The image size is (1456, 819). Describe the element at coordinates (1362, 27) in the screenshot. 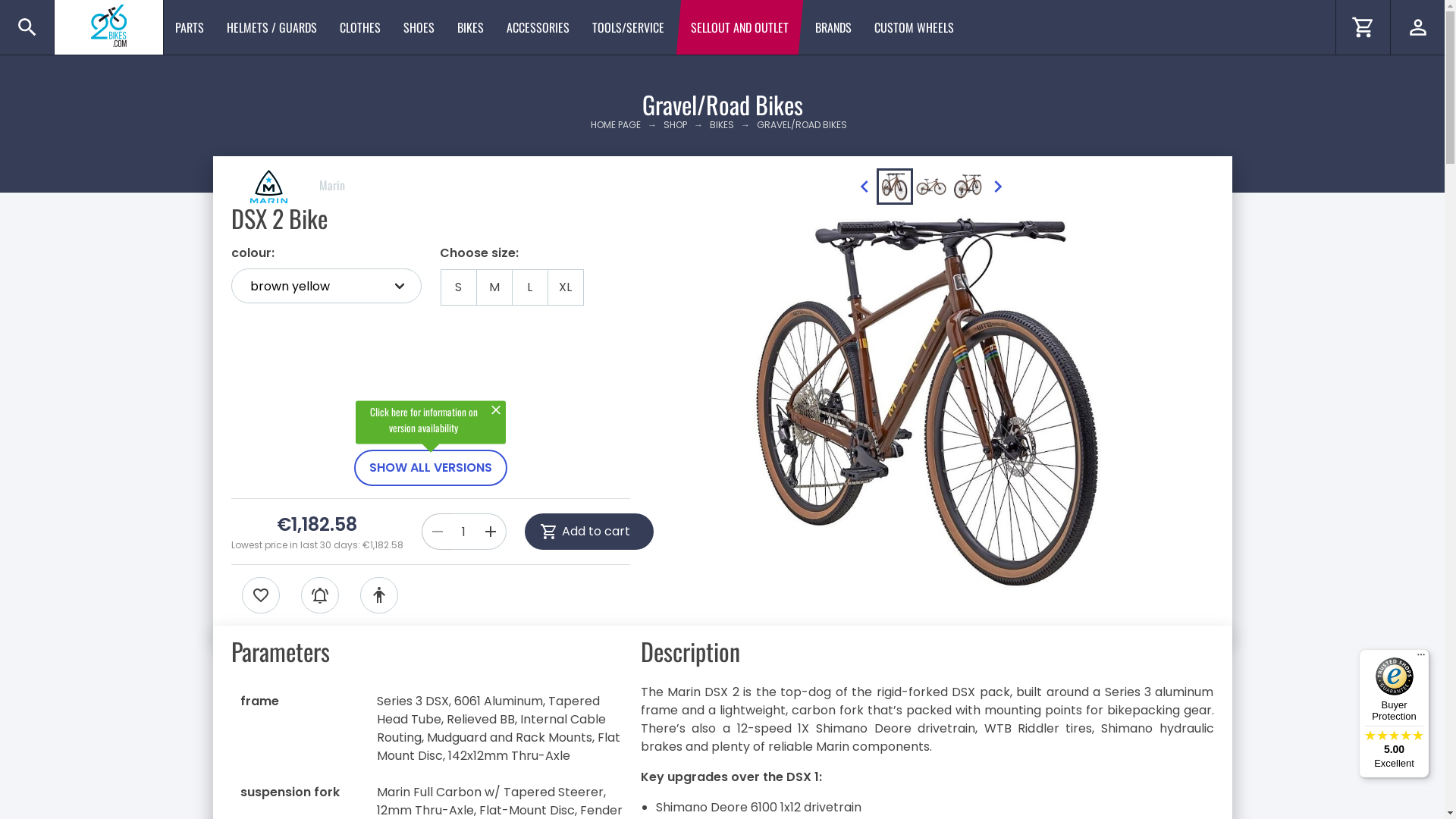

I see `'Cart'` at that location.